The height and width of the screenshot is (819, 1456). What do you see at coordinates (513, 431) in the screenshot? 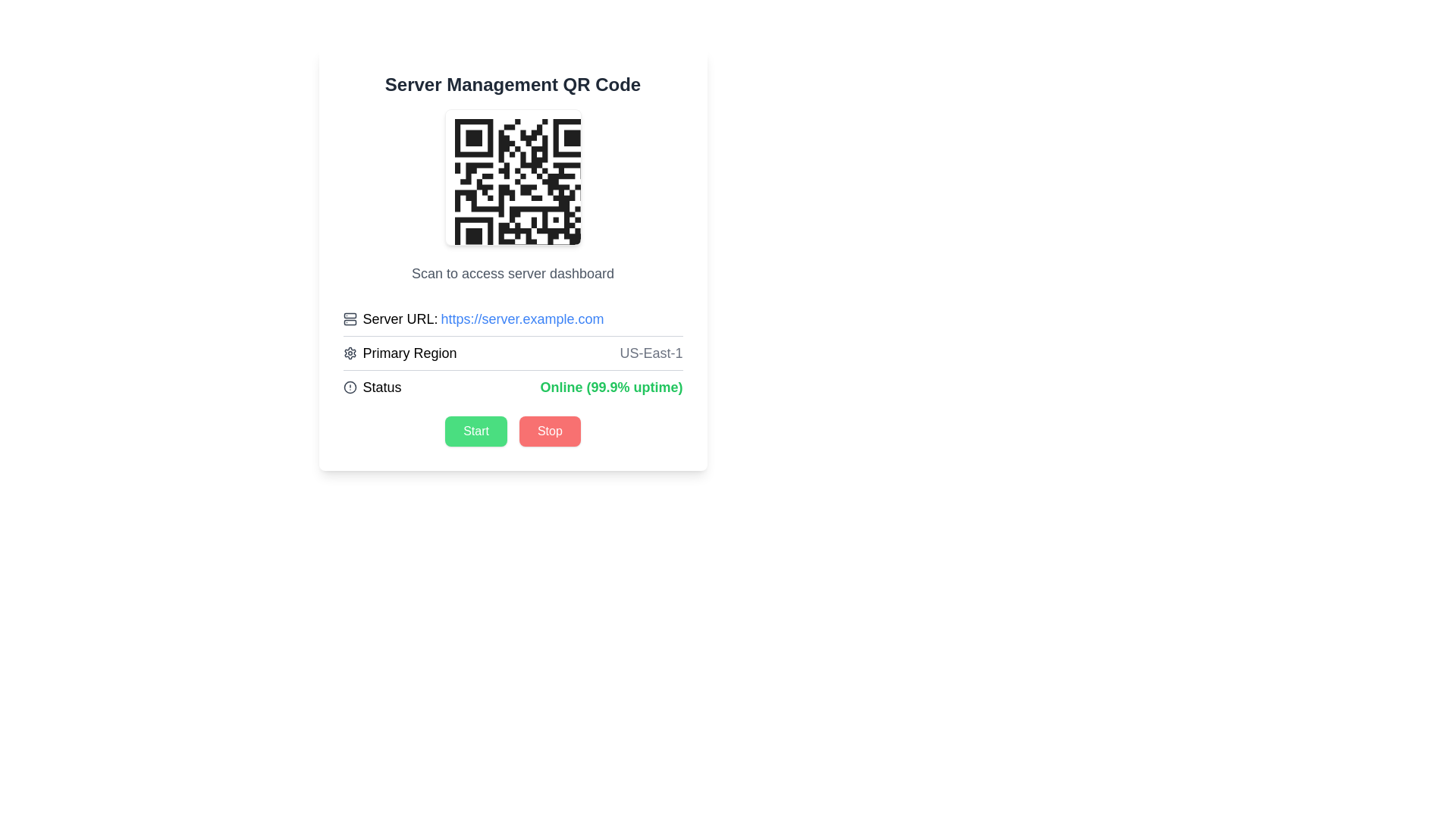
I see `the 'Stop' button in the Button Group located at the bottom of the 'Server Management QR Code' card, directly below the status section that displays 'Online (99.9% uptime)'` at bounding box center [513, 431].